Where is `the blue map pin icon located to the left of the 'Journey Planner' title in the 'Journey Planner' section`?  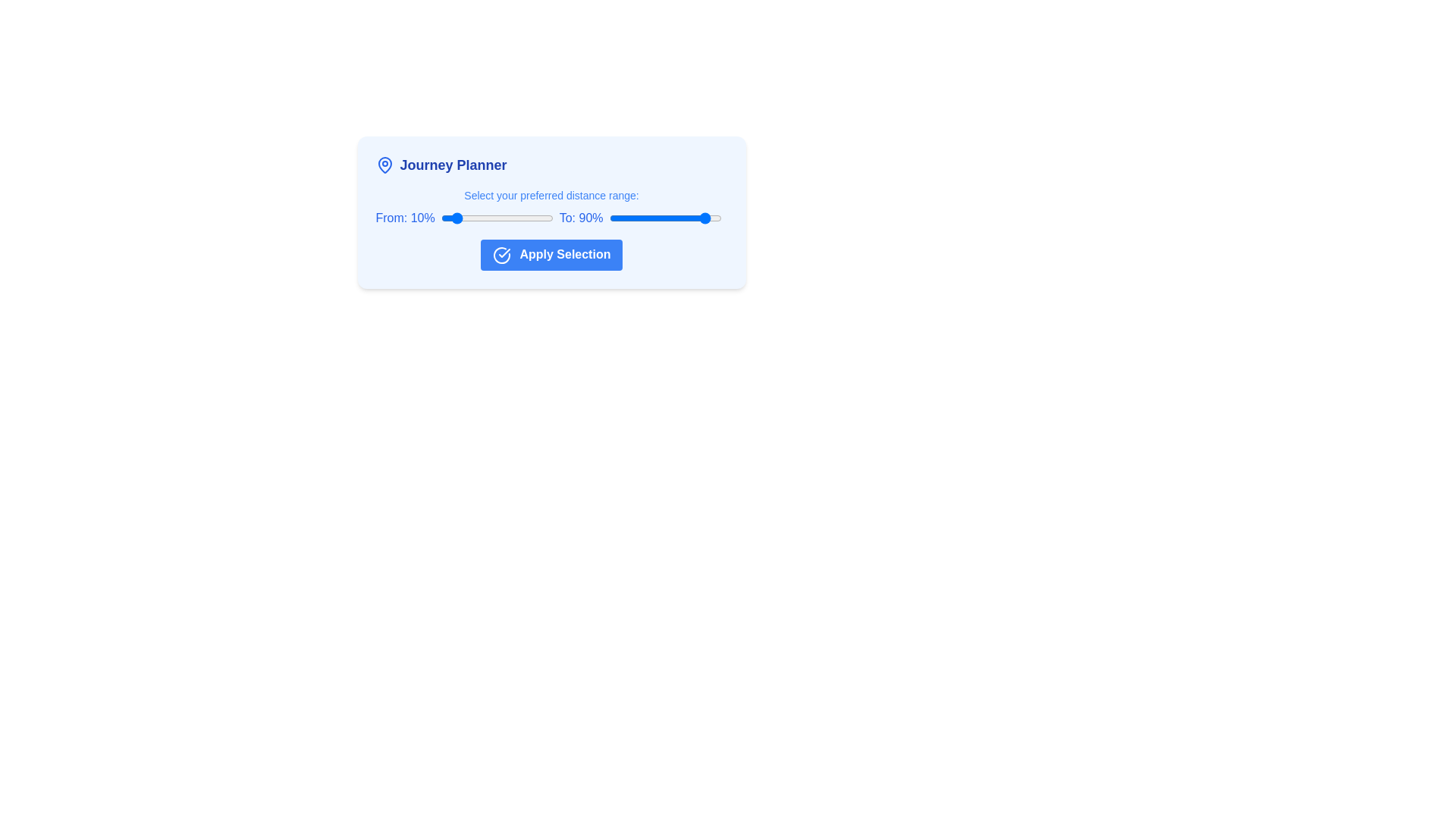 the blue map pin icon located to the left of the 'Journey Planner' title in the 'Journey Planner' section is located at coordinates (384, 165).